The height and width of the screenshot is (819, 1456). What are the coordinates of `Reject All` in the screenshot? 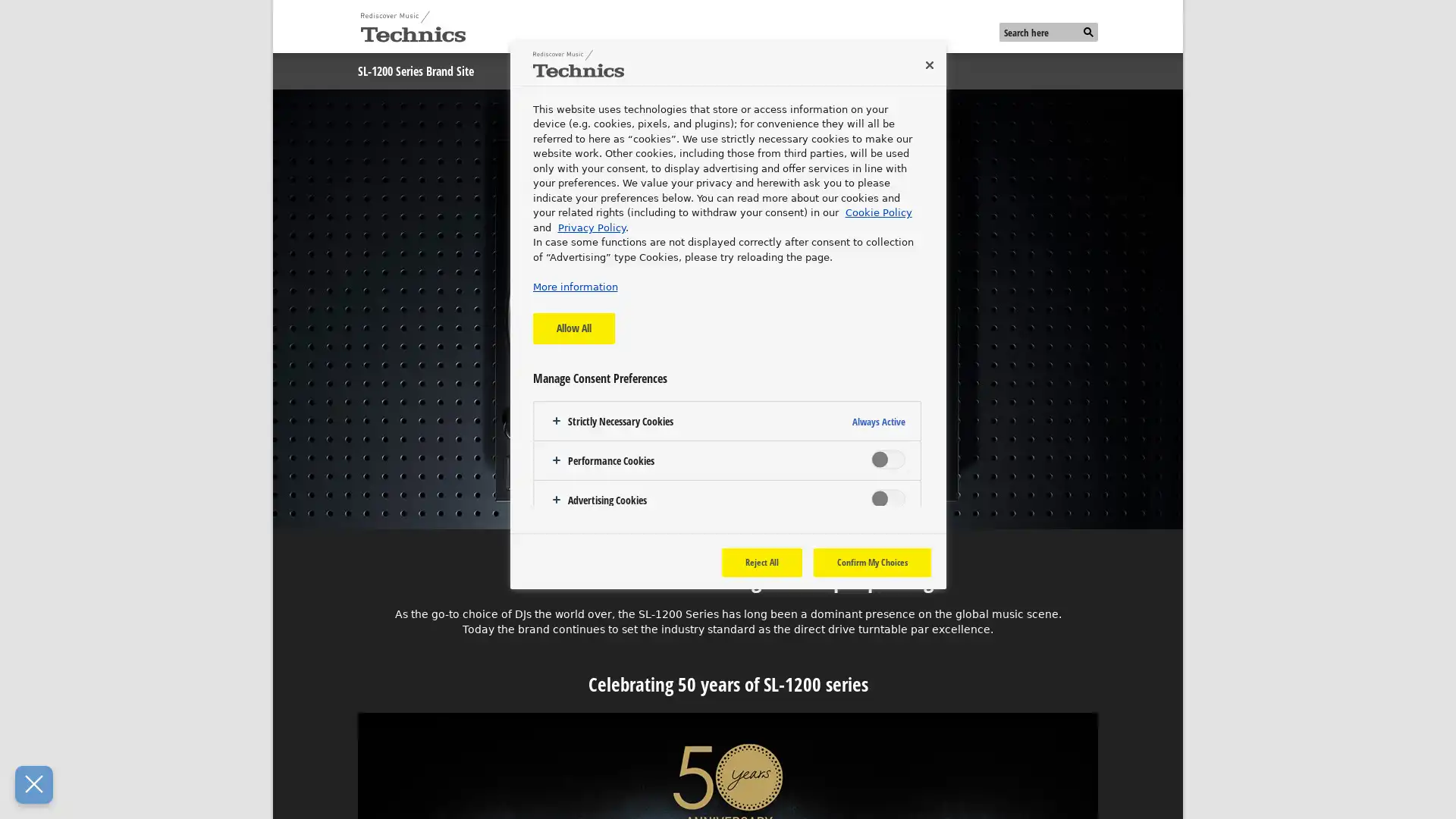 It's located at (761, 562).